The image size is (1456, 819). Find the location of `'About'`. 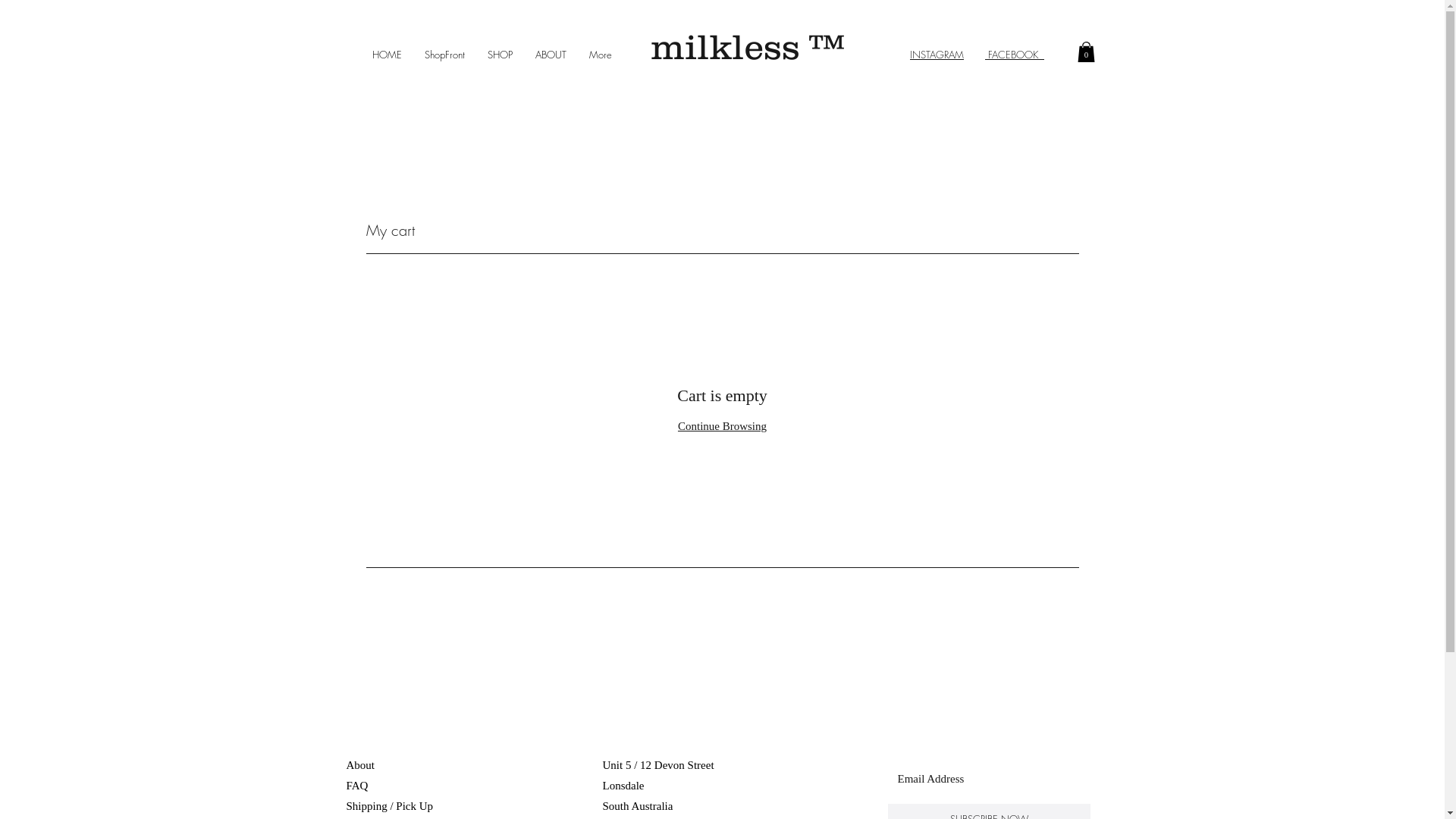

'About' is located at coordinates (359, 765).